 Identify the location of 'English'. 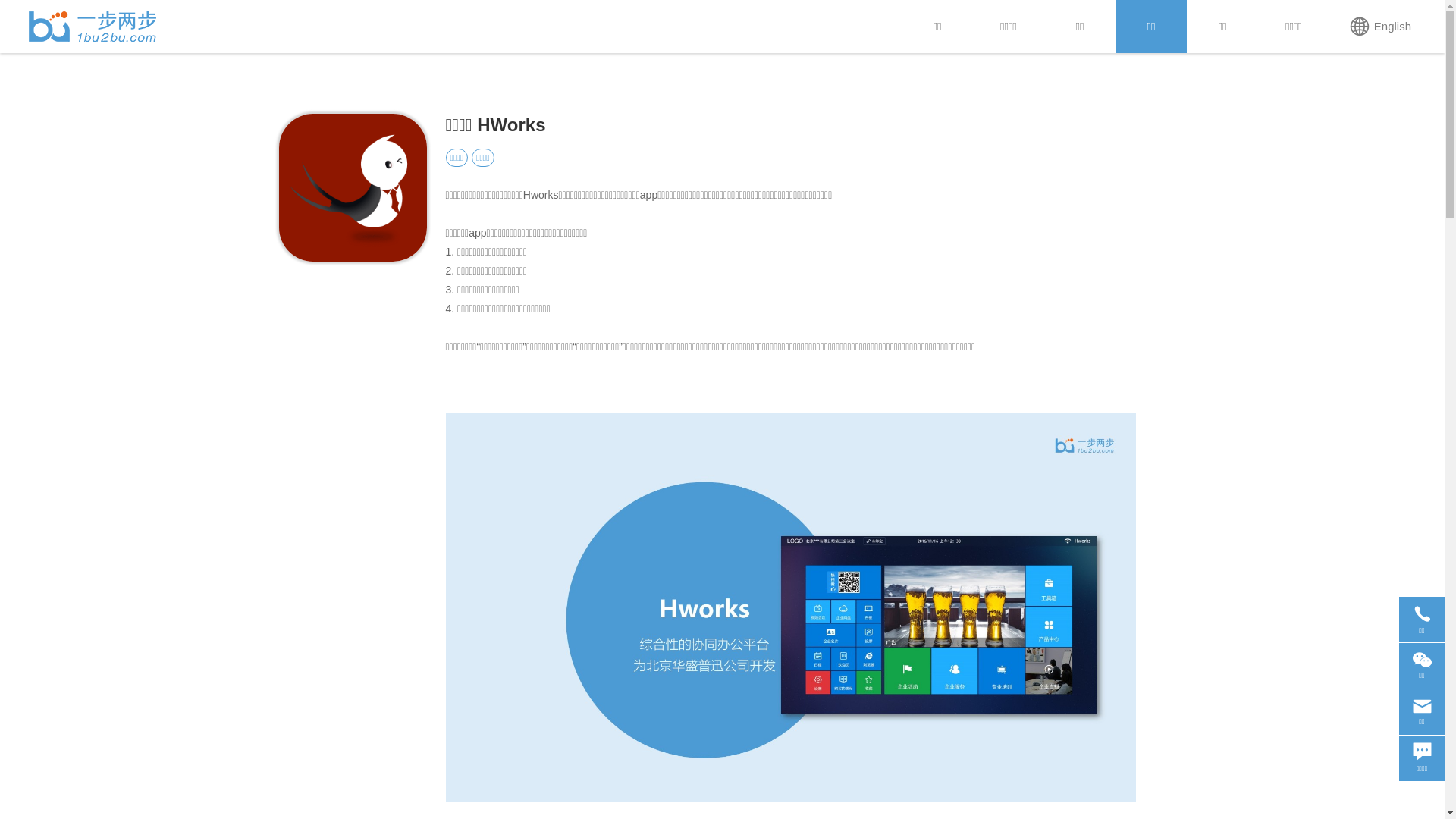
(1379, 26).